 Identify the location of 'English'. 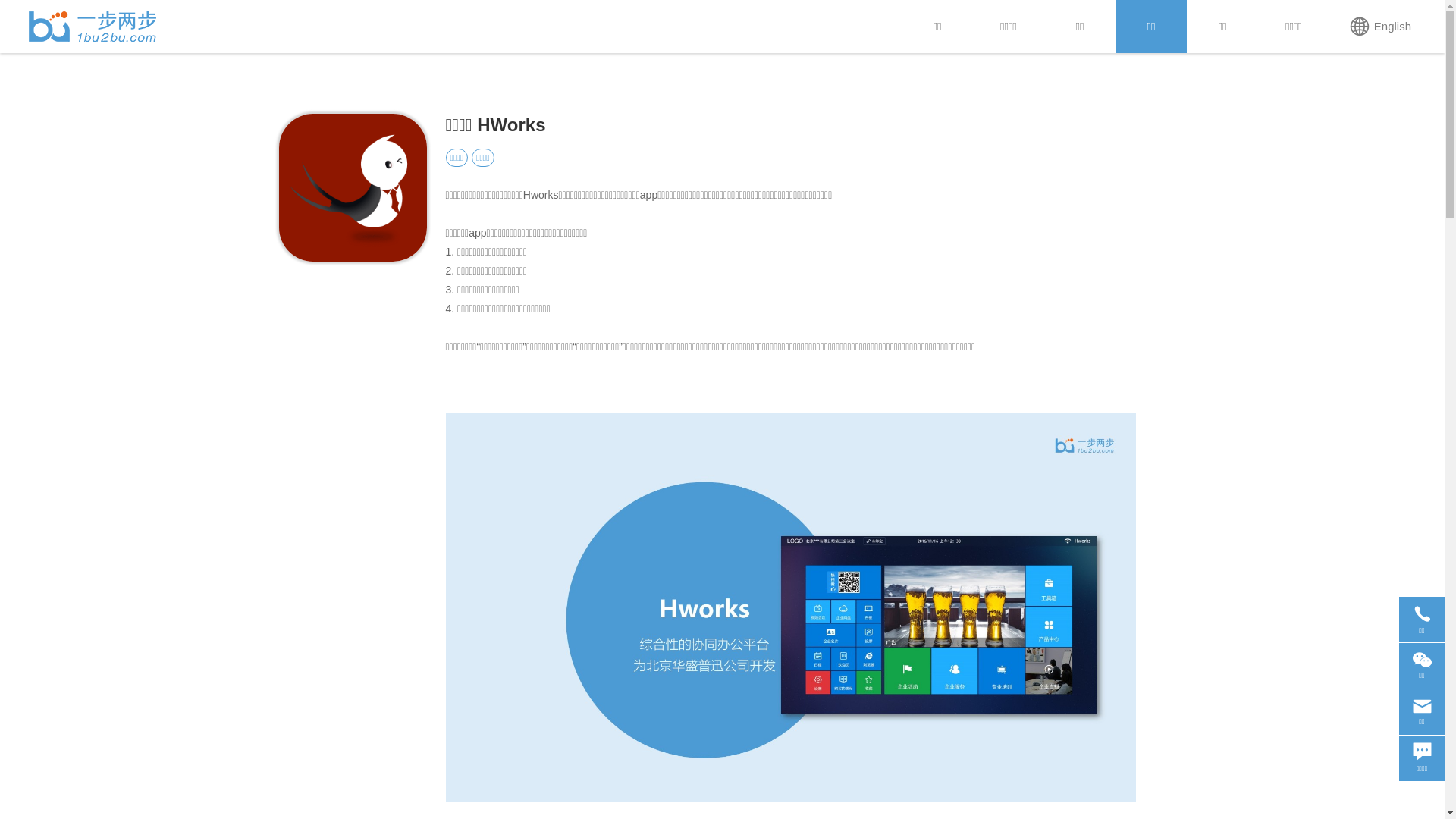
(1379, 26).